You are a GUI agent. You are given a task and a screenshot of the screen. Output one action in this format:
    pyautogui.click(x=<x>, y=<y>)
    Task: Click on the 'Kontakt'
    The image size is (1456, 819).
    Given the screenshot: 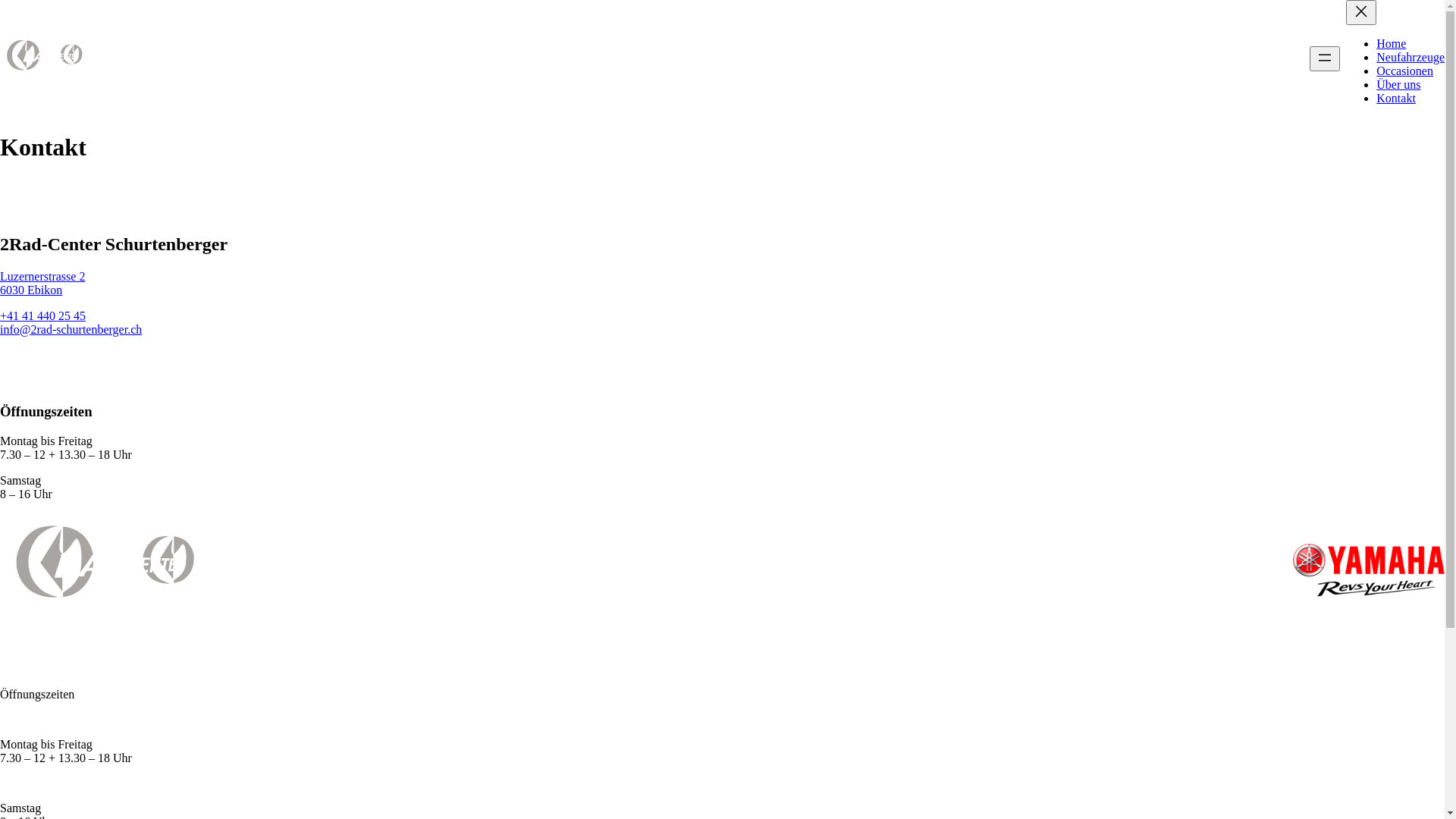 What is the action you would take?
    pyautogui.click(x=1395, y=98)
    